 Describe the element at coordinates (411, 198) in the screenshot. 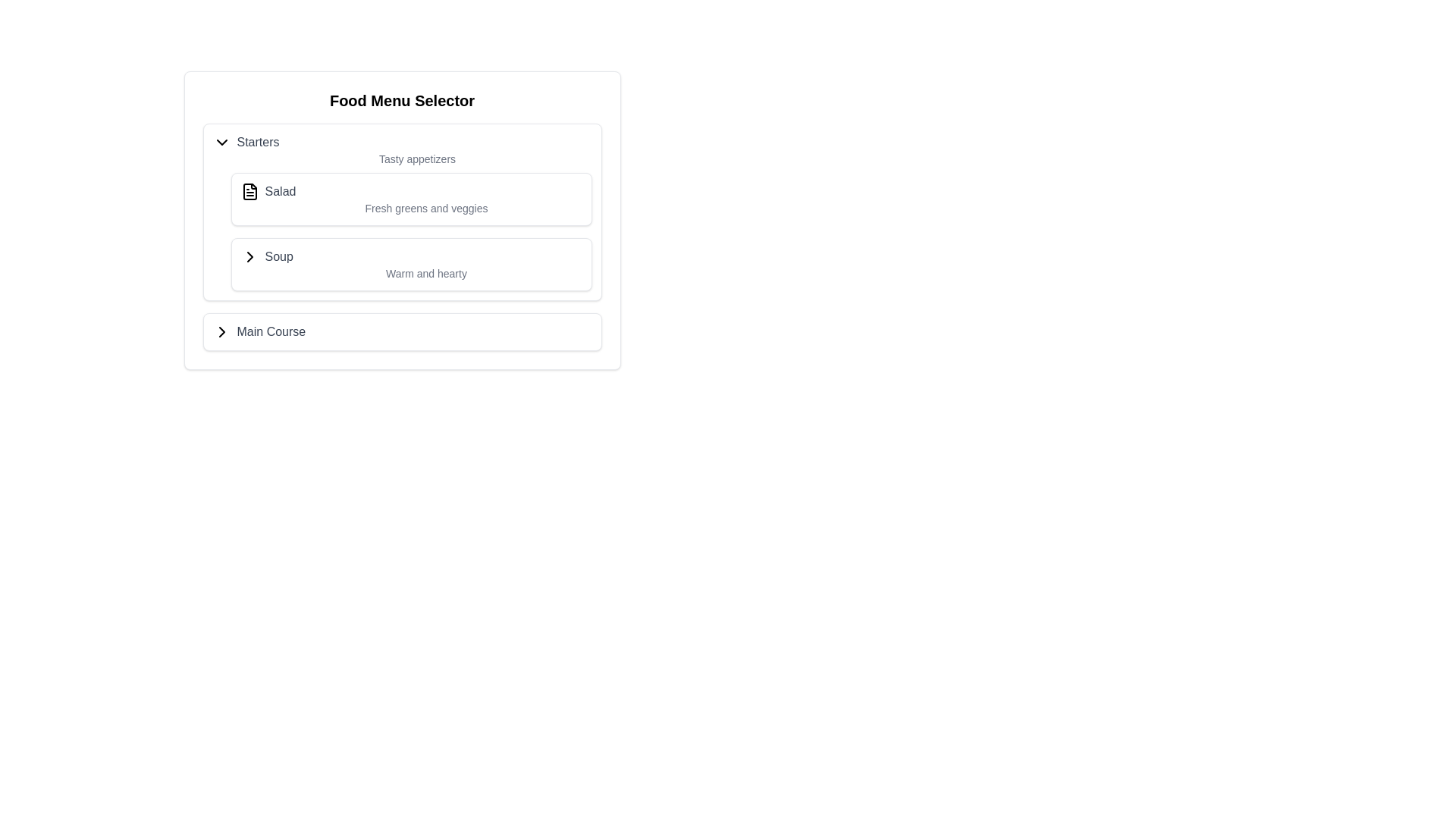

I see `the 'Salad' menu item in the 'Starters' section` at that location.